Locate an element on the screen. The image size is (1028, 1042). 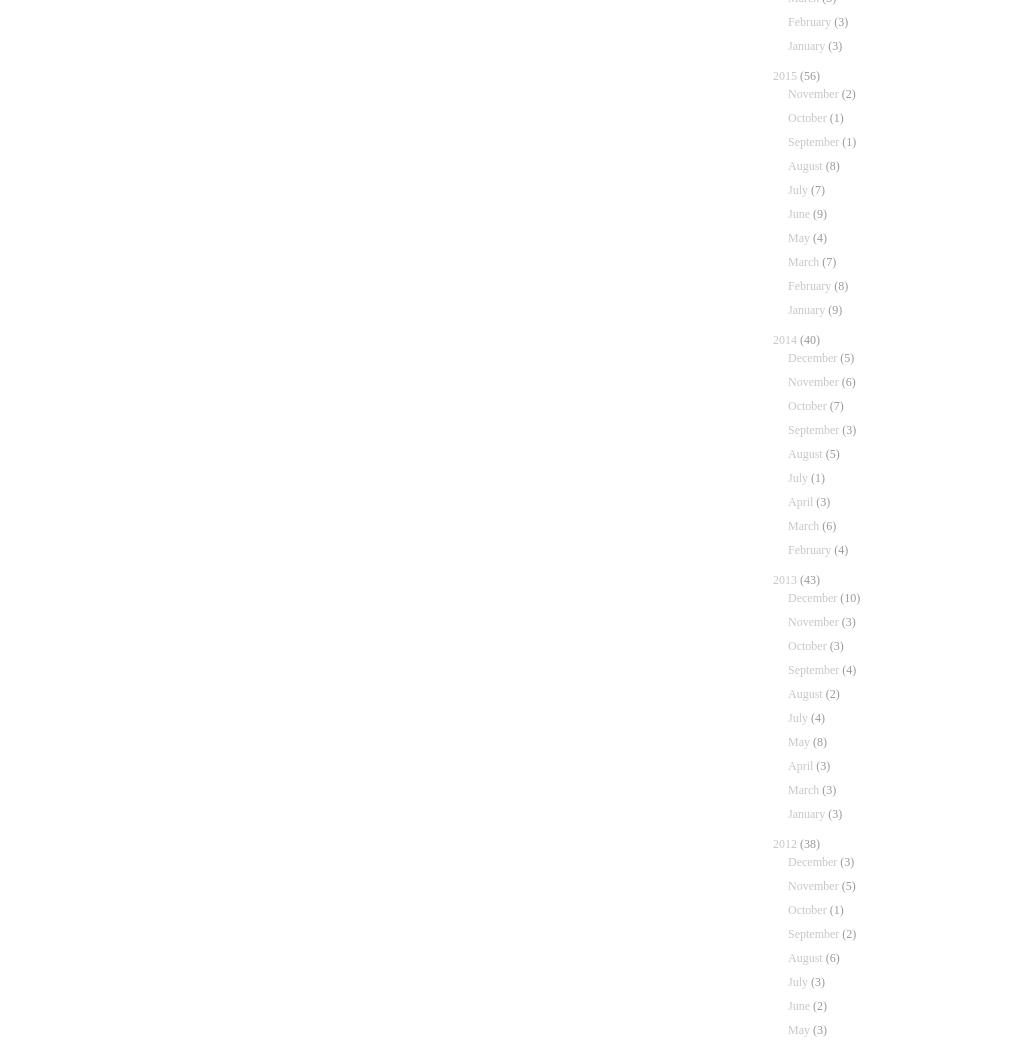
'(40)' is located at coordinates (809, 340).